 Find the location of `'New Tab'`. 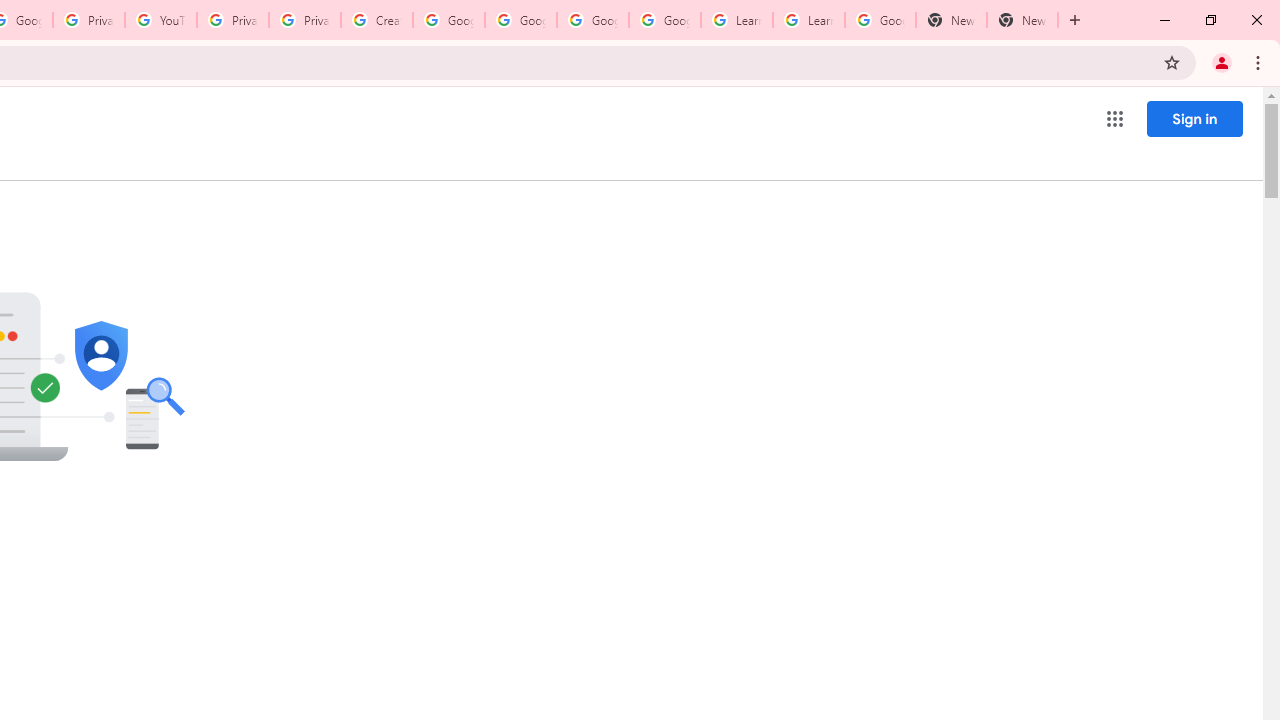

'New Tab' is located at coordinates (950, 20).